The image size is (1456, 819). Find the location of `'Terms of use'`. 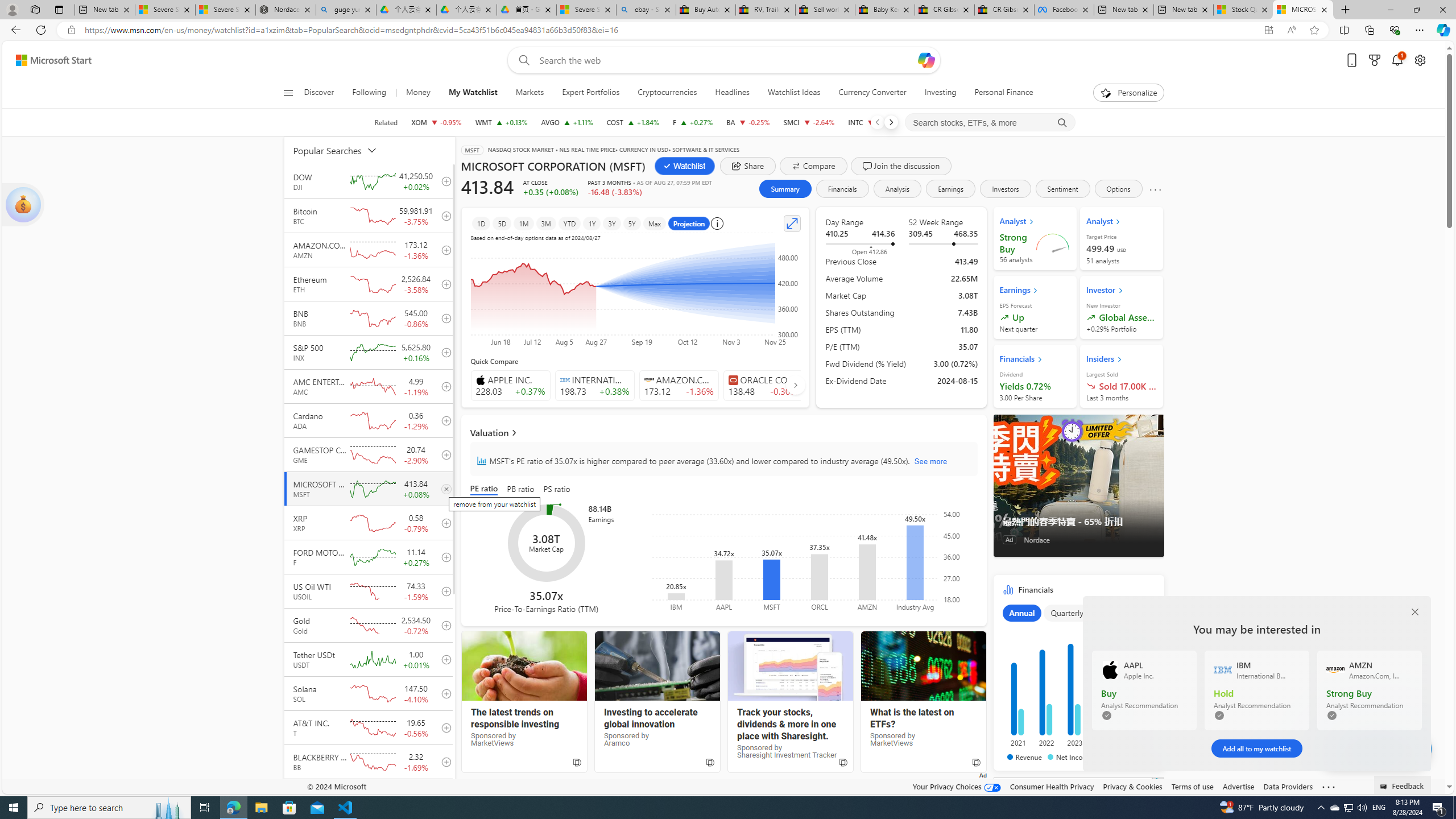

'Terms of use' is located at coordinates (1192, 786).